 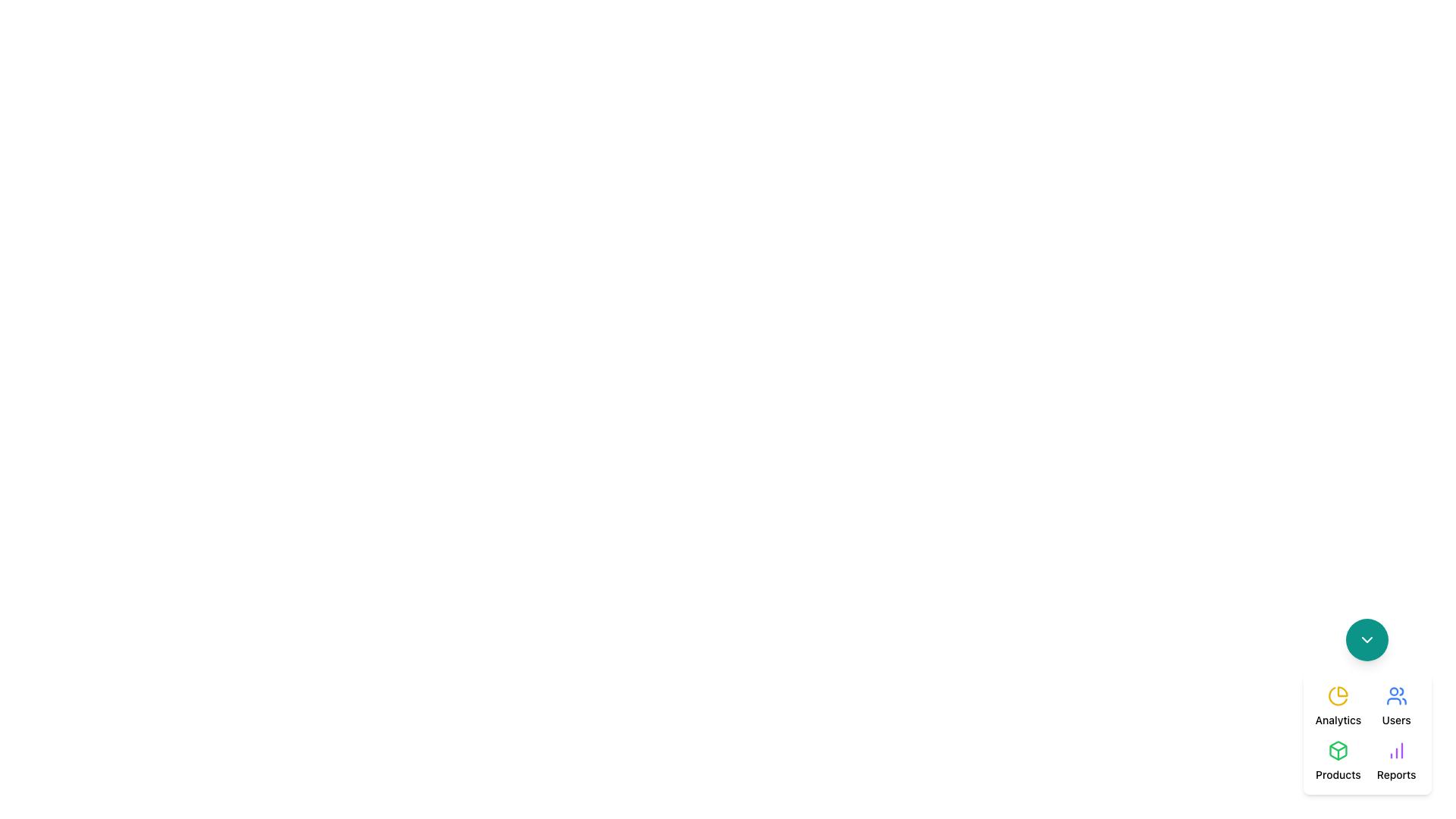 I want to click on the 'Reports' label located in the bottom-right corner of the interface, positioned below the purple bar chart icon, so click(x=1395, y=775).